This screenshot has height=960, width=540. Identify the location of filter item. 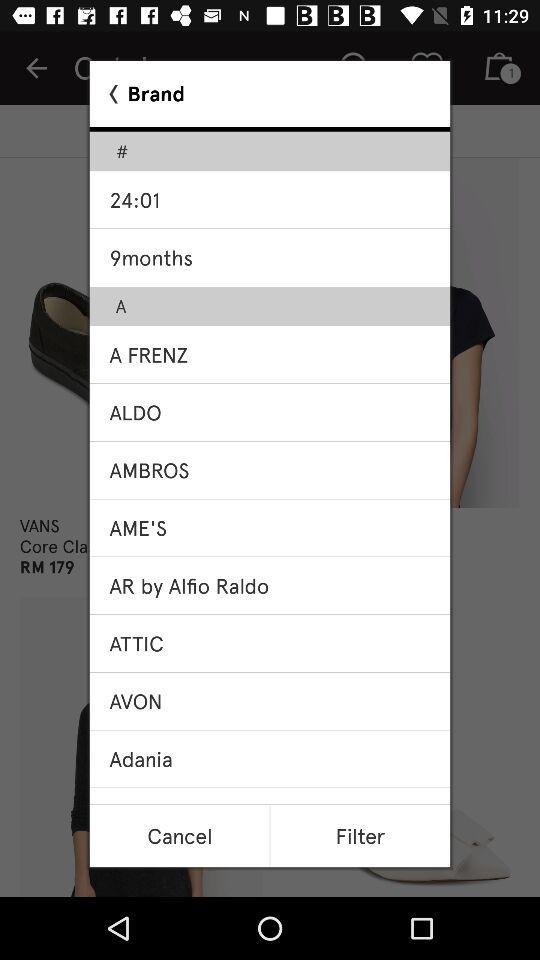
(359, 836).